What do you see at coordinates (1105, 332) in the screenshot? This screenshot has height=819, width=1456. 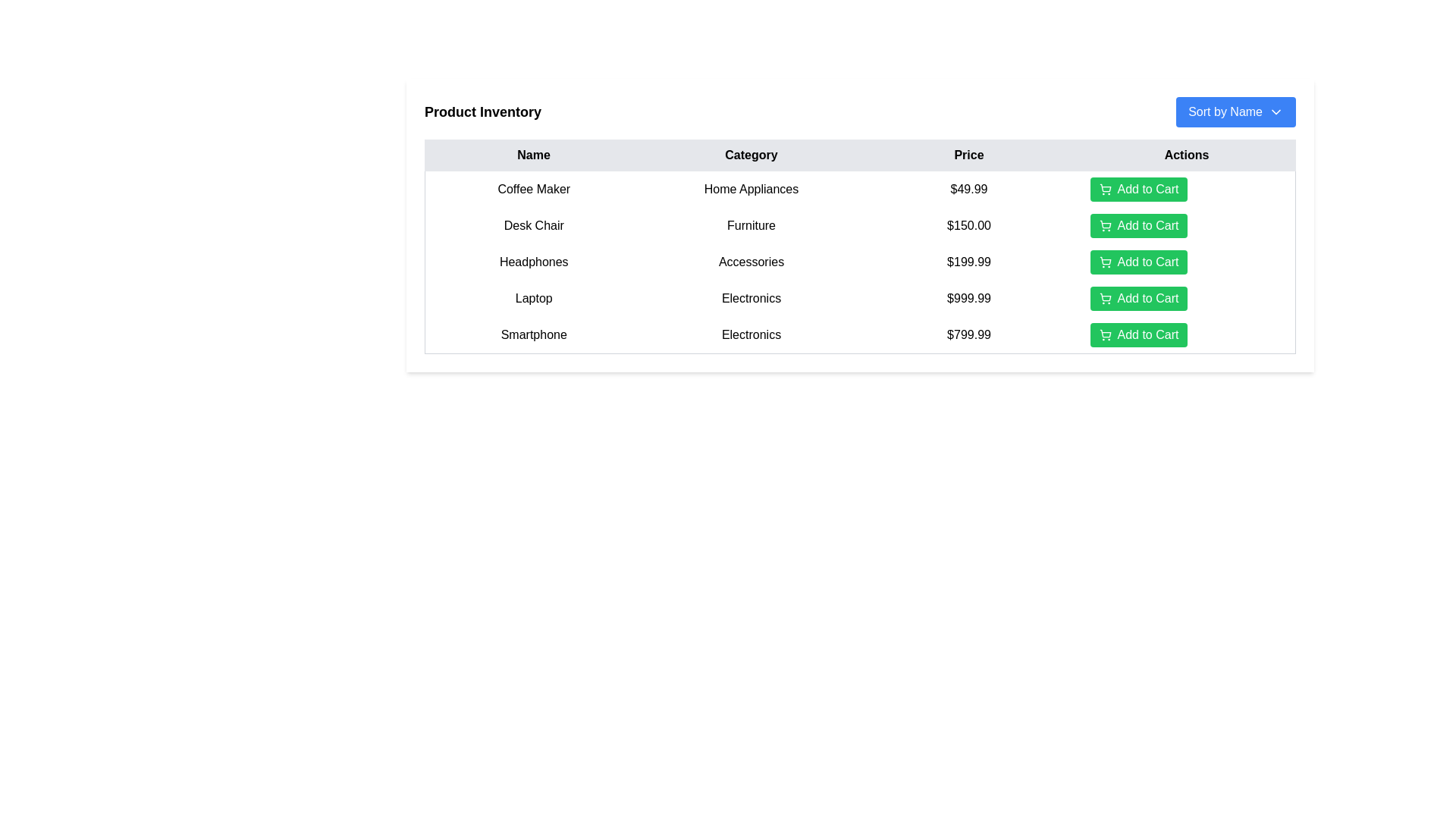 I see `the shopping cart SVG icon located in the last column under the 'Actions' header for the 'Smartphone' item` at bounding box center [1105, 332].